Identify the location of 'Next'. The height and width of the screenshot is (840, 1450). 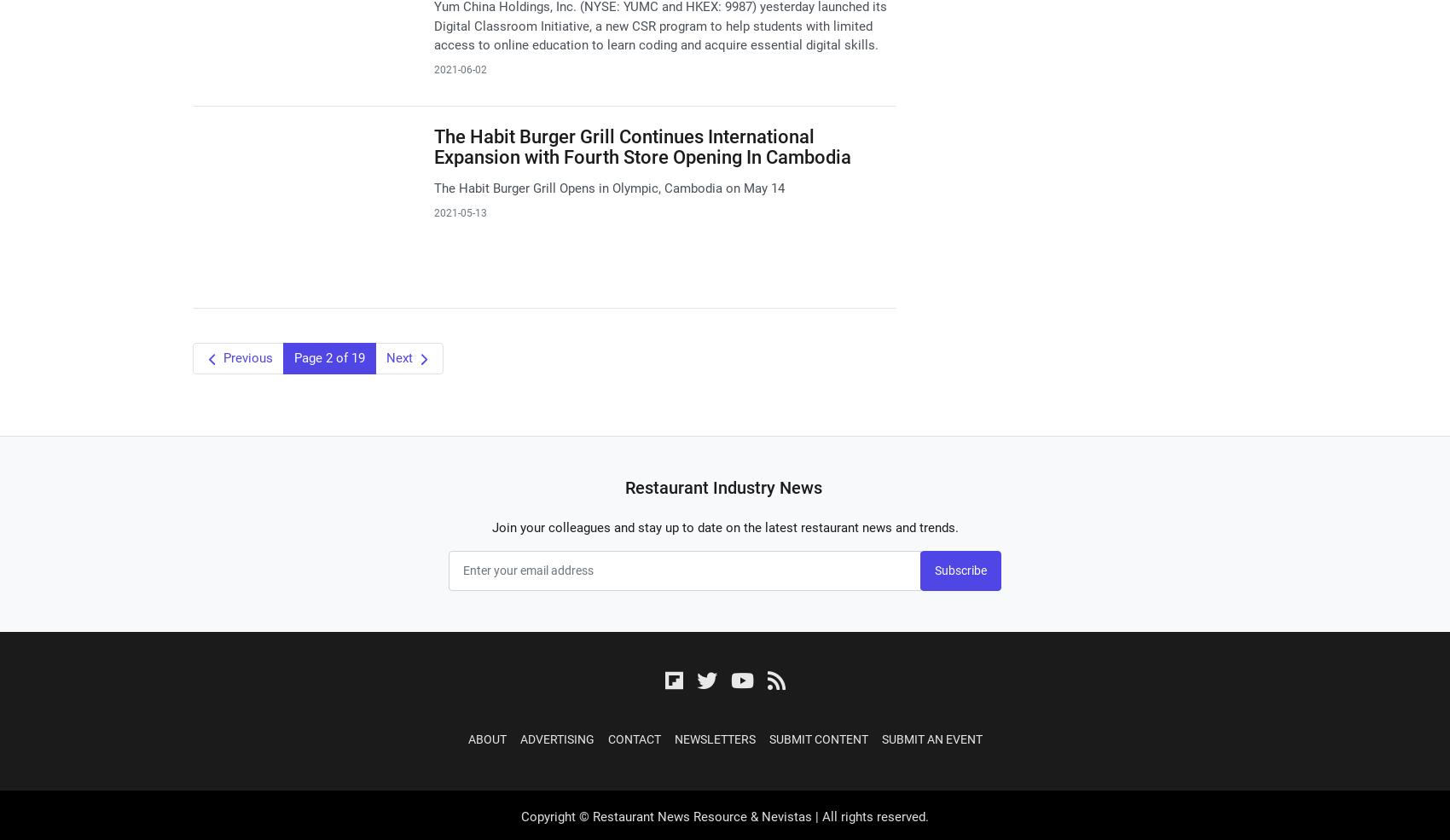
(399, 357).